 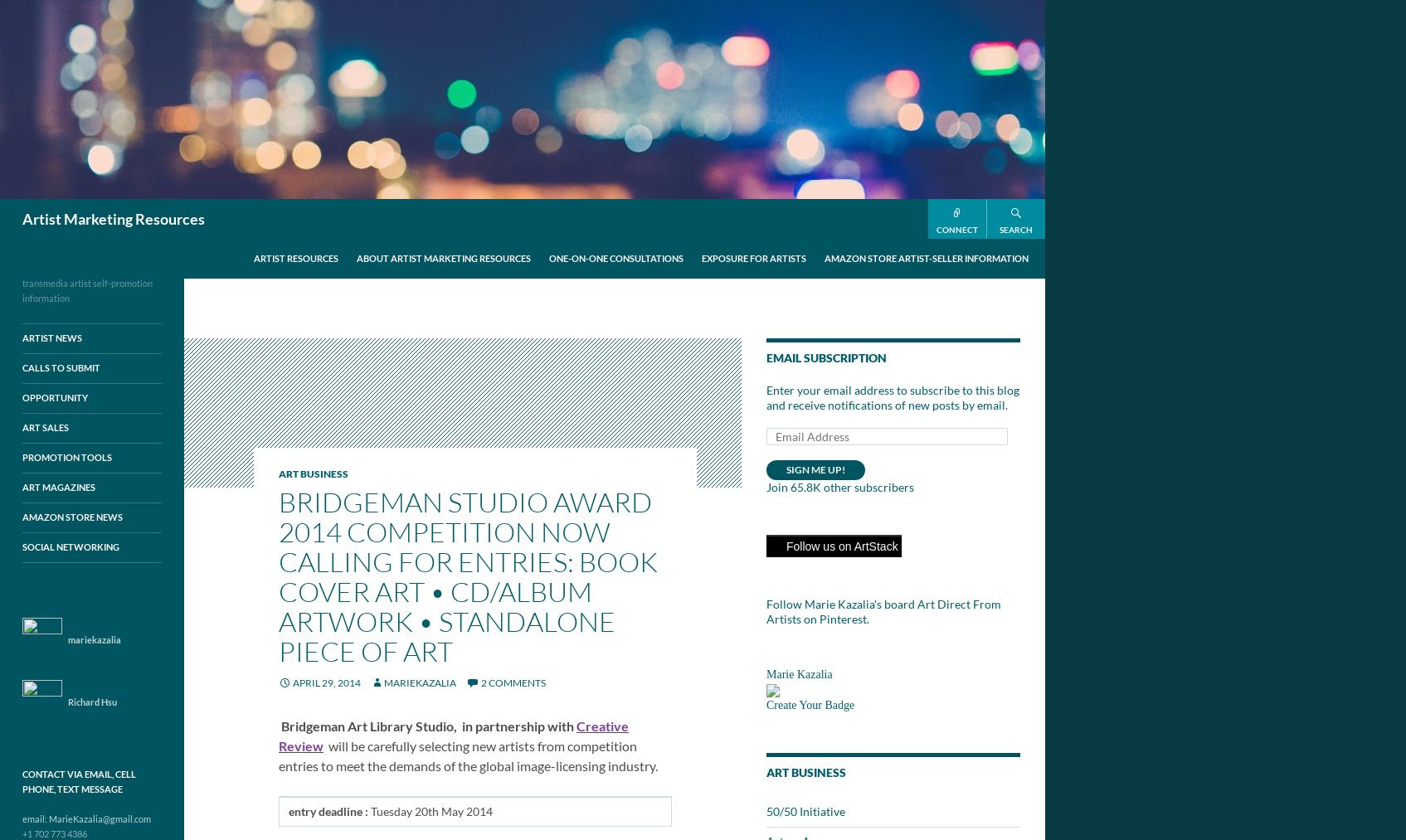 What do you see at coordinates (810, 704) in the screenshot?
I see `'Create Your Badge'` at bounding box center [810, 704].